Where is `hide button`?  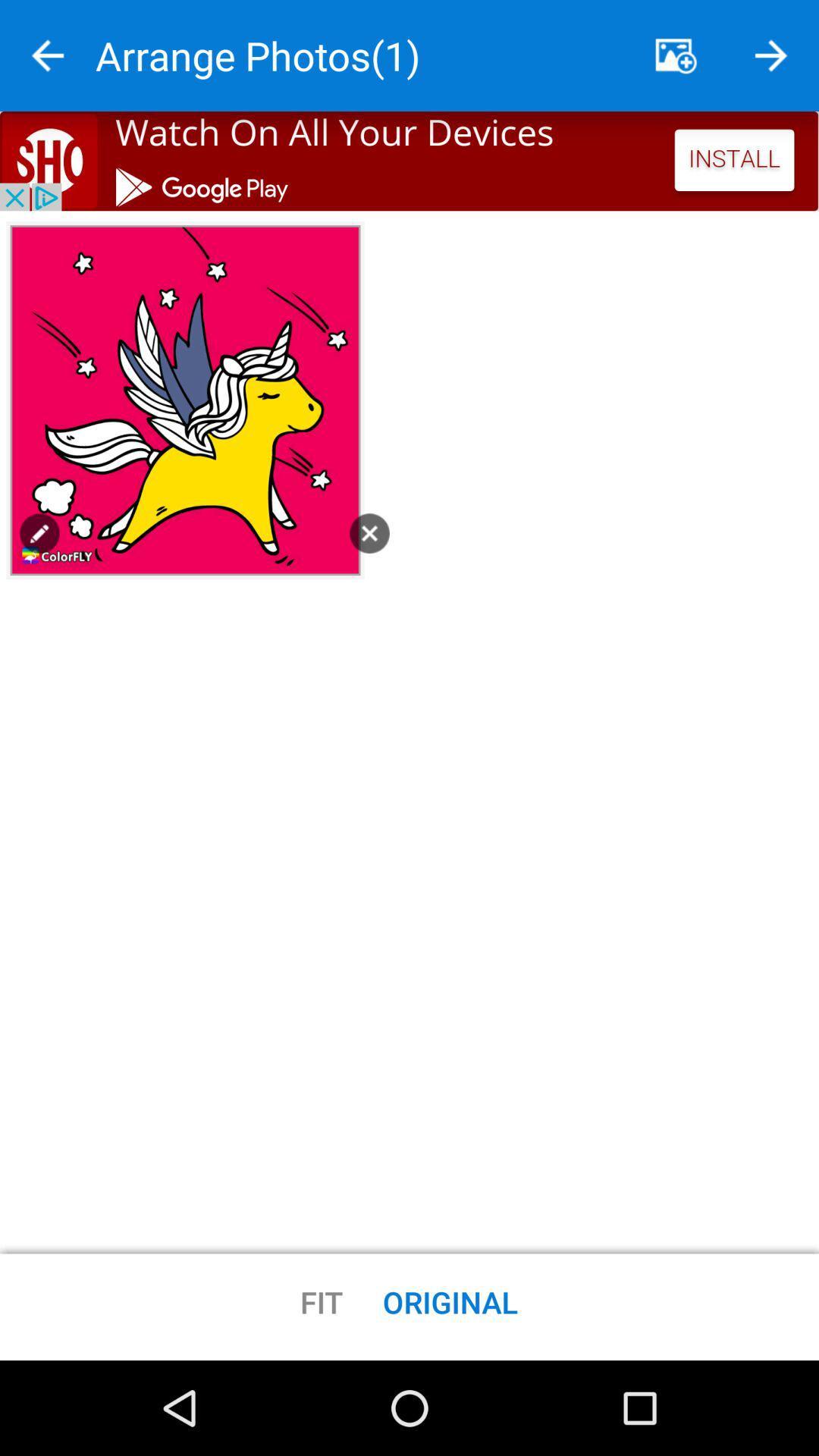
hide button is located at coordinates (675, 55).